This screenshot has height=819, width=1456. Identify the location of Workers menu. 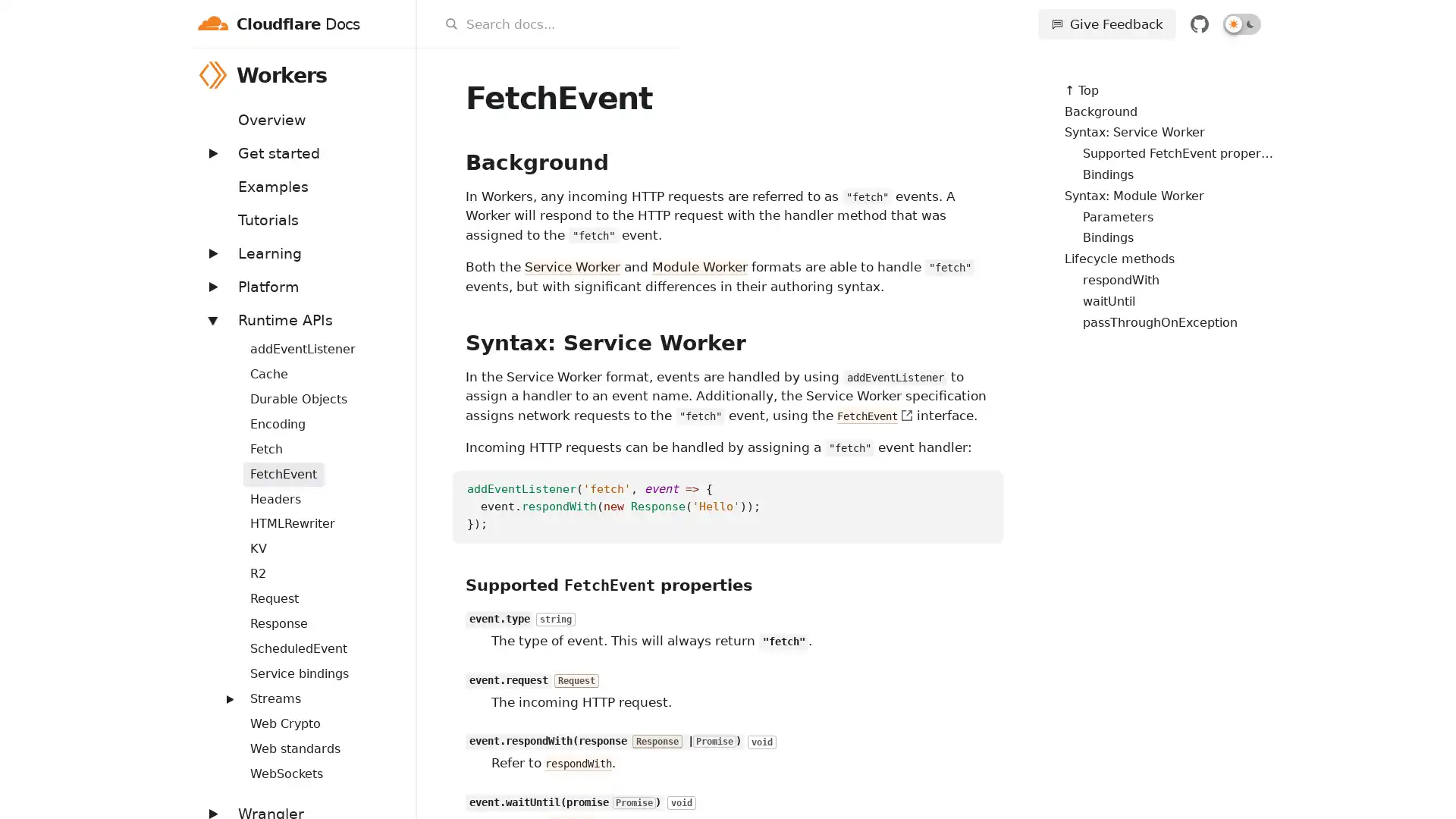
(396, 74).